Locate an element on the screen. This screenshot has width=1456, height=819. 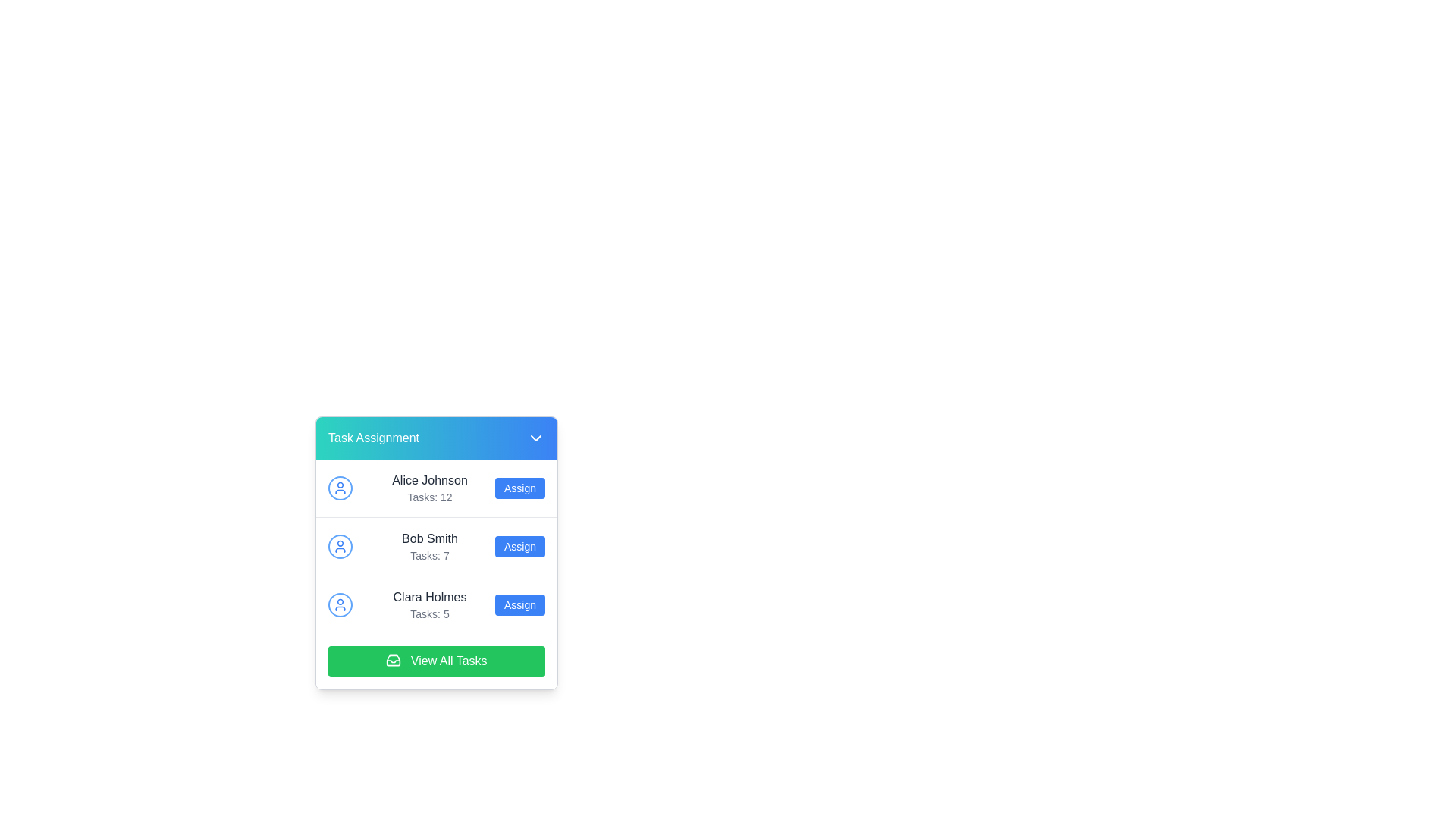
the button at the bottom of the task assignment panel is located at coordinates (436, 660).